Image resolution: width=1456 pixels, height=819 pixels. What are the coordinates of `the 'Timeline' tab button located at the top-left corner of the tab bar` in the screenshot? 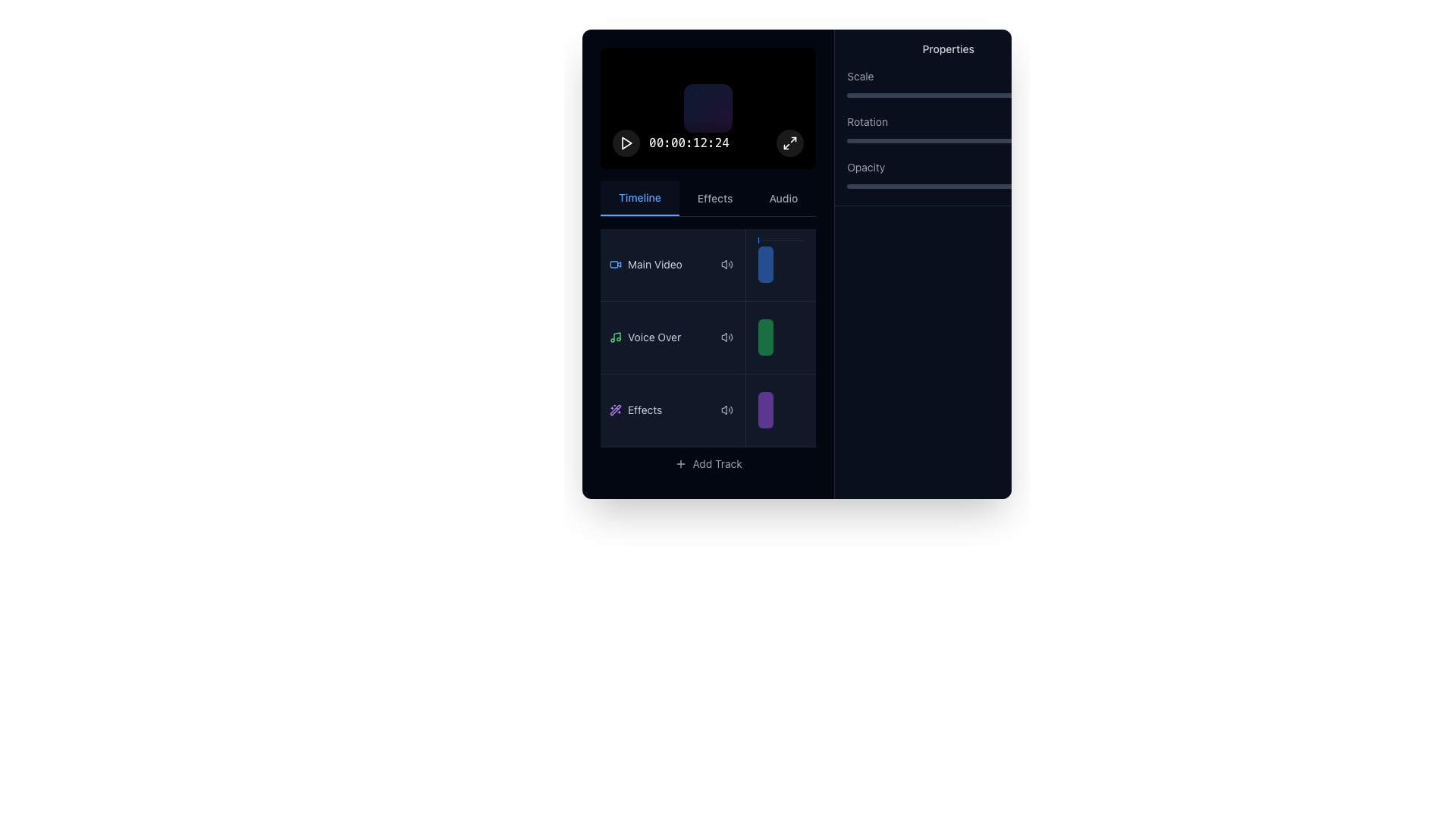 It's located at (639, 197).